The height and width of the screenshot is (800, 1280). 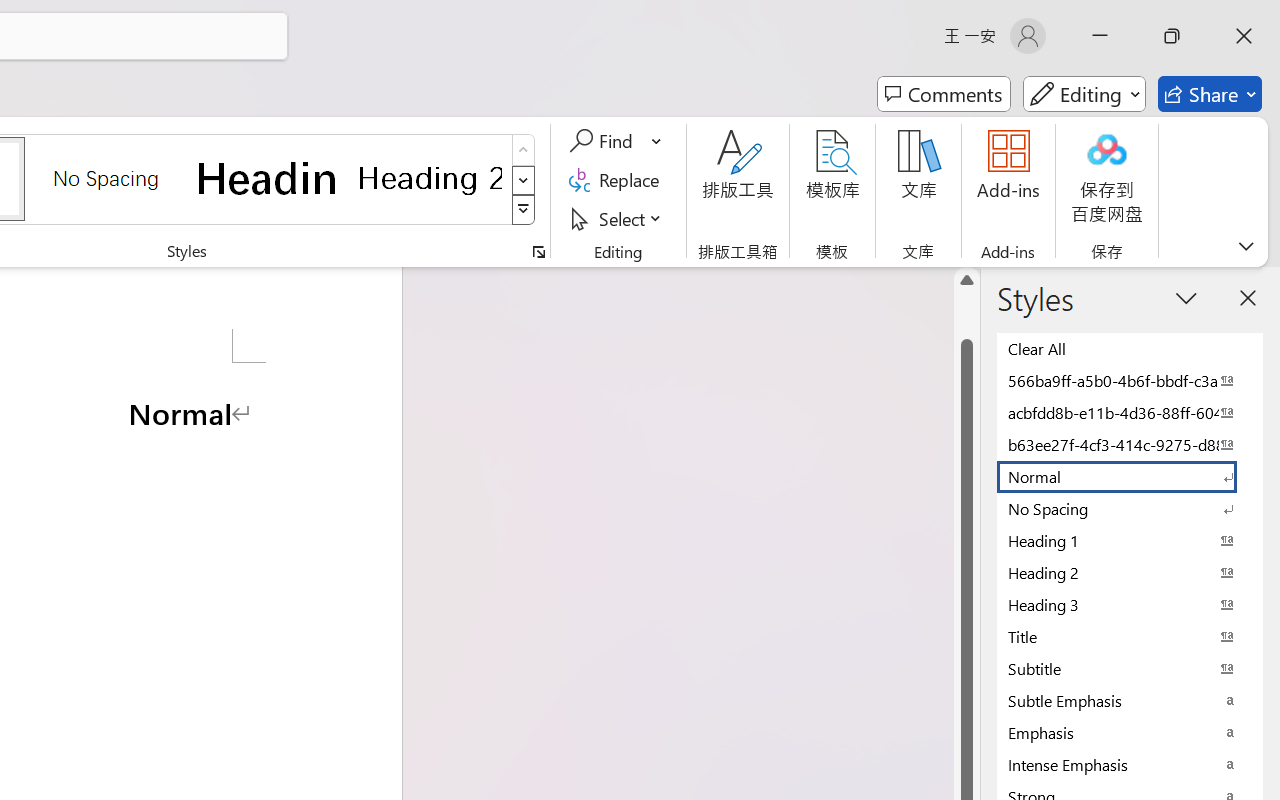 What do you see at coordinates (1130, 635) in the screenshot?
I see `'Title'` at bounding box center [1130, 635].